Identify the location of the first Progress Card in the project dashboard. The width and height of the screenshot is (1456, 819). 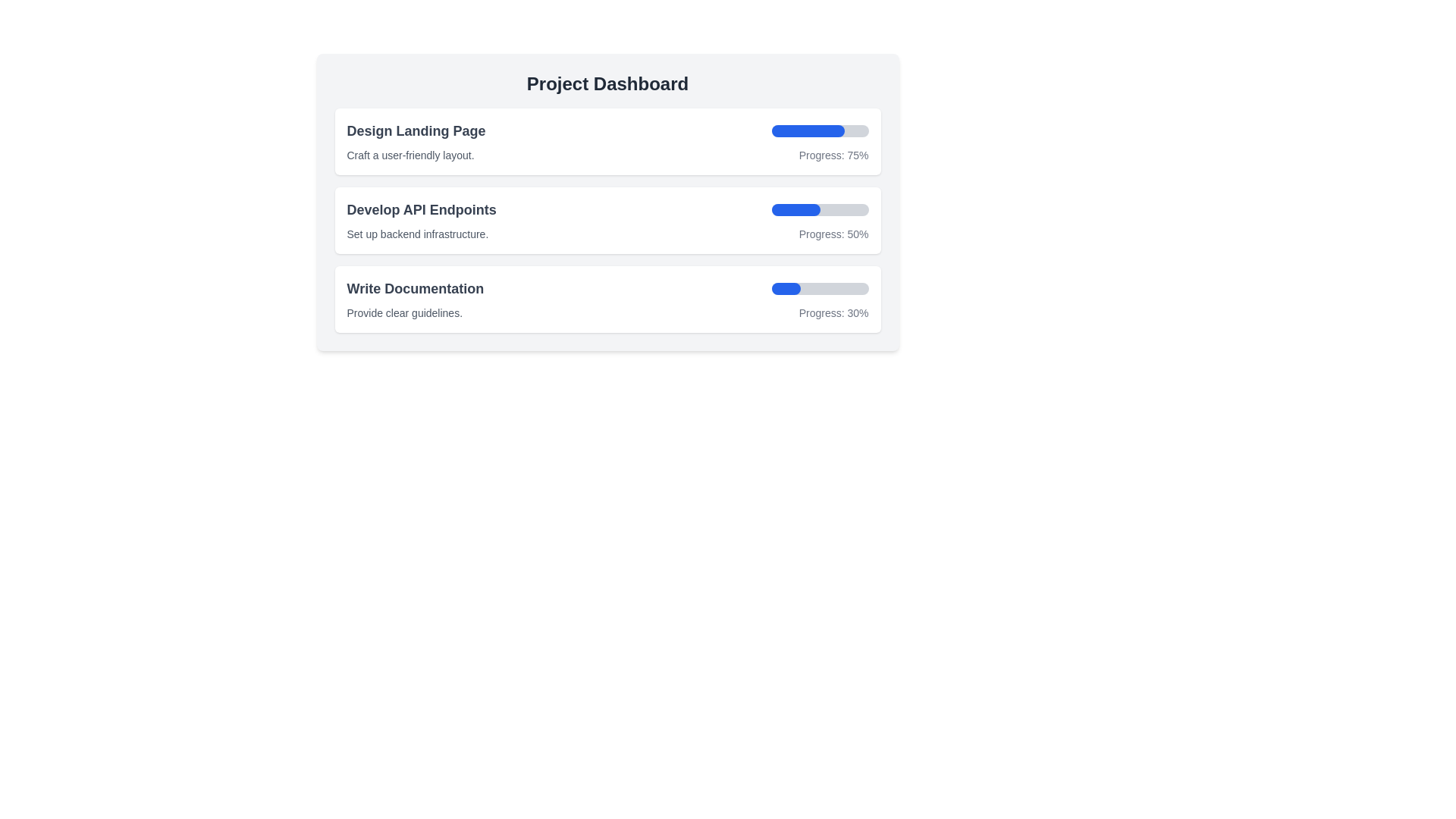
(607, 141).